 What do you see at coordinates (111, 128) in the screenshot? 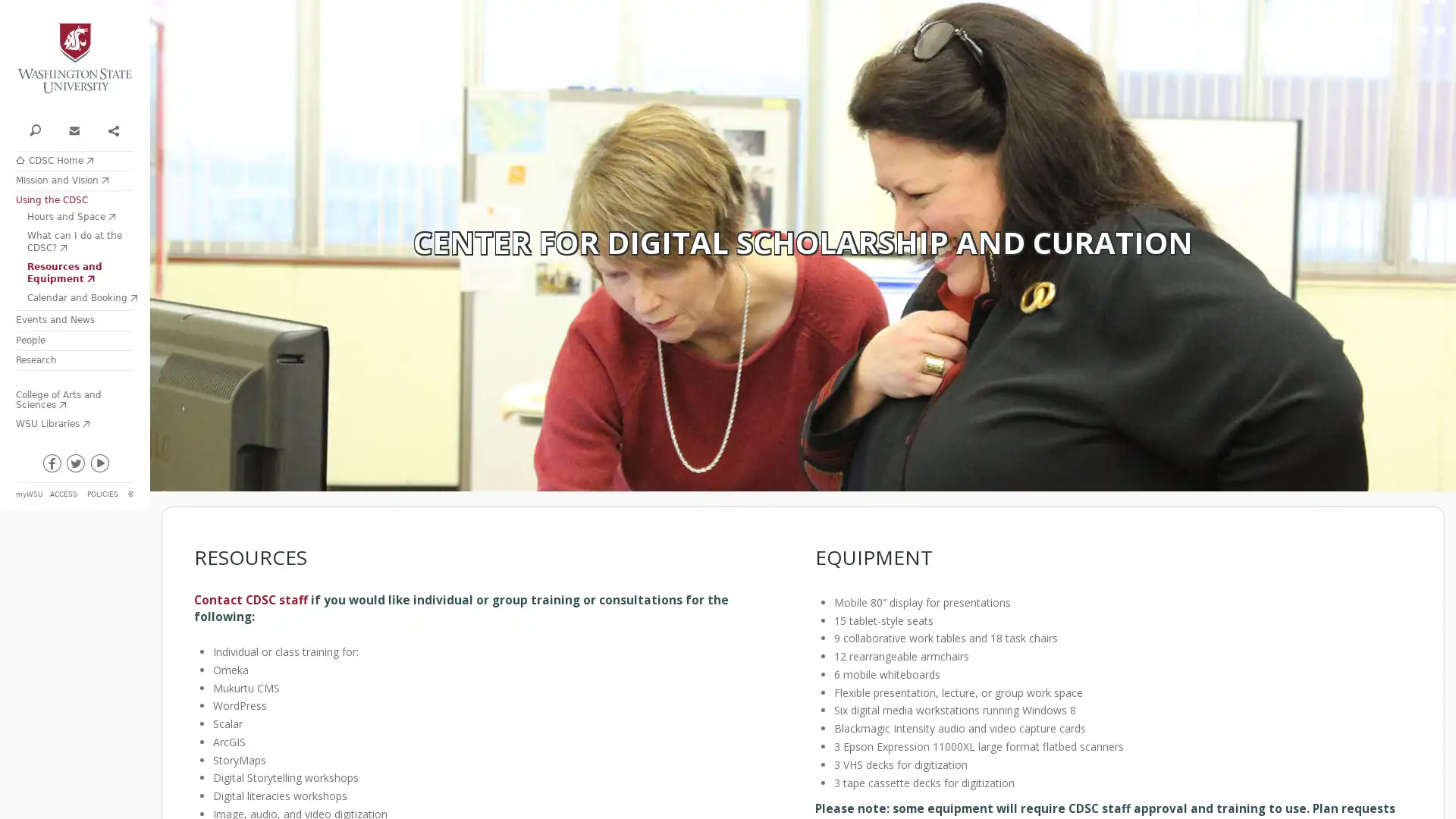
I see `Share` at bounding box center [111, 128].